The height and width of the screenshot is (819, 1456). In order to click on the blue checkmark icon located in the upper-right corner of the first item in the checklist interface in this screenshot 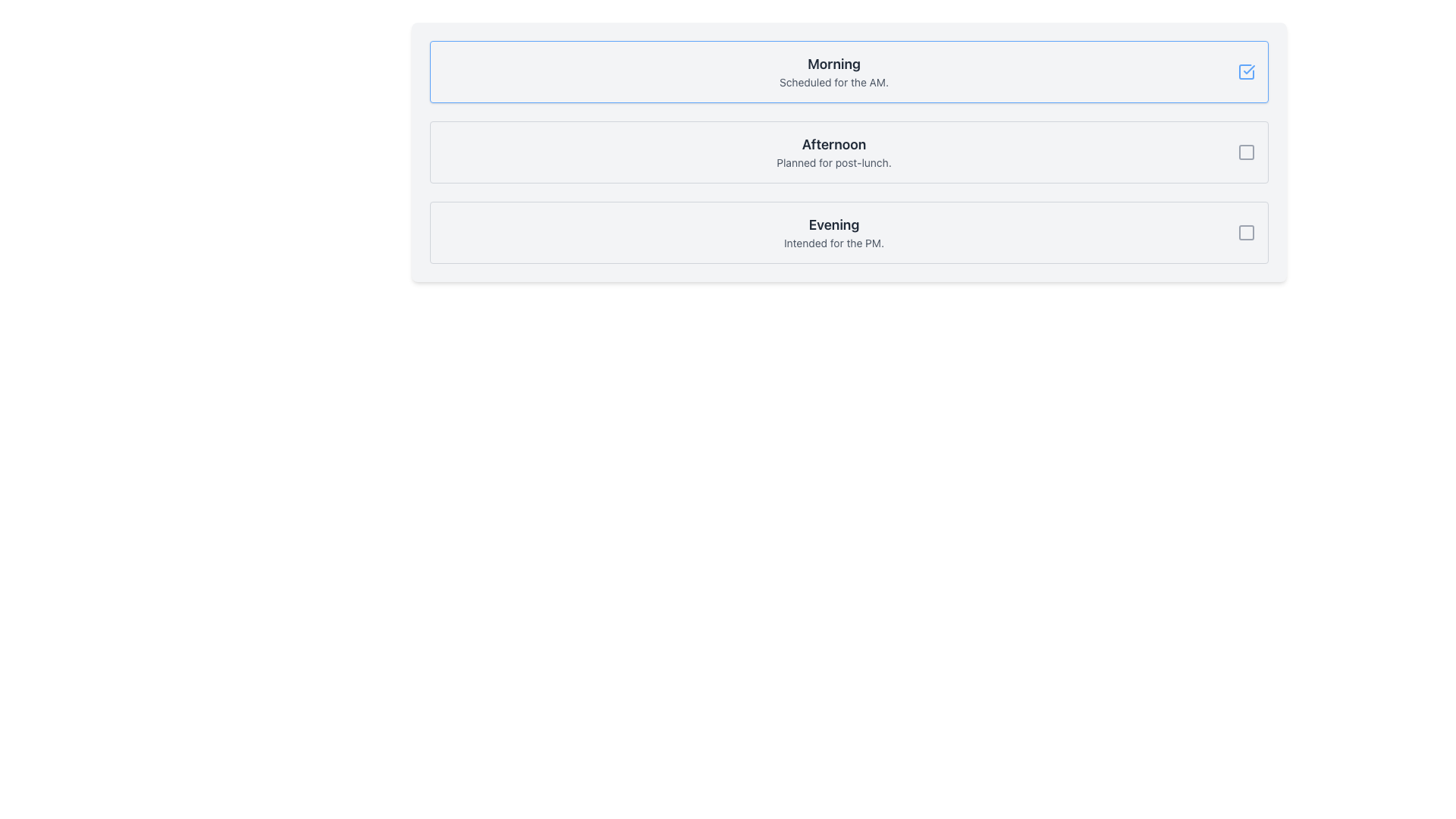, I will do `click(1249, 70)`.